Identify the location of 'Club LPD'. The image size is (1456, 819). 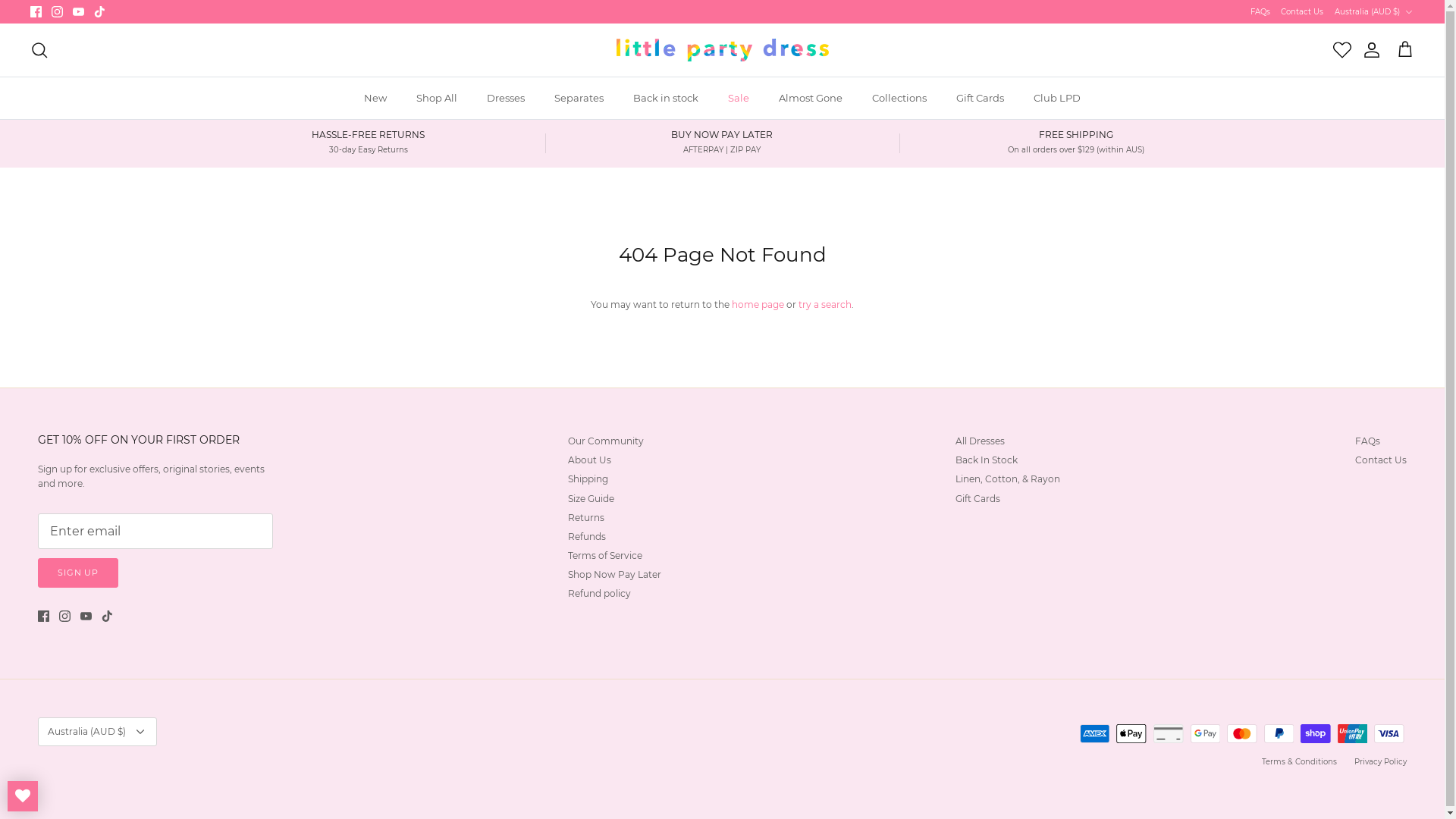
(1019, 99).